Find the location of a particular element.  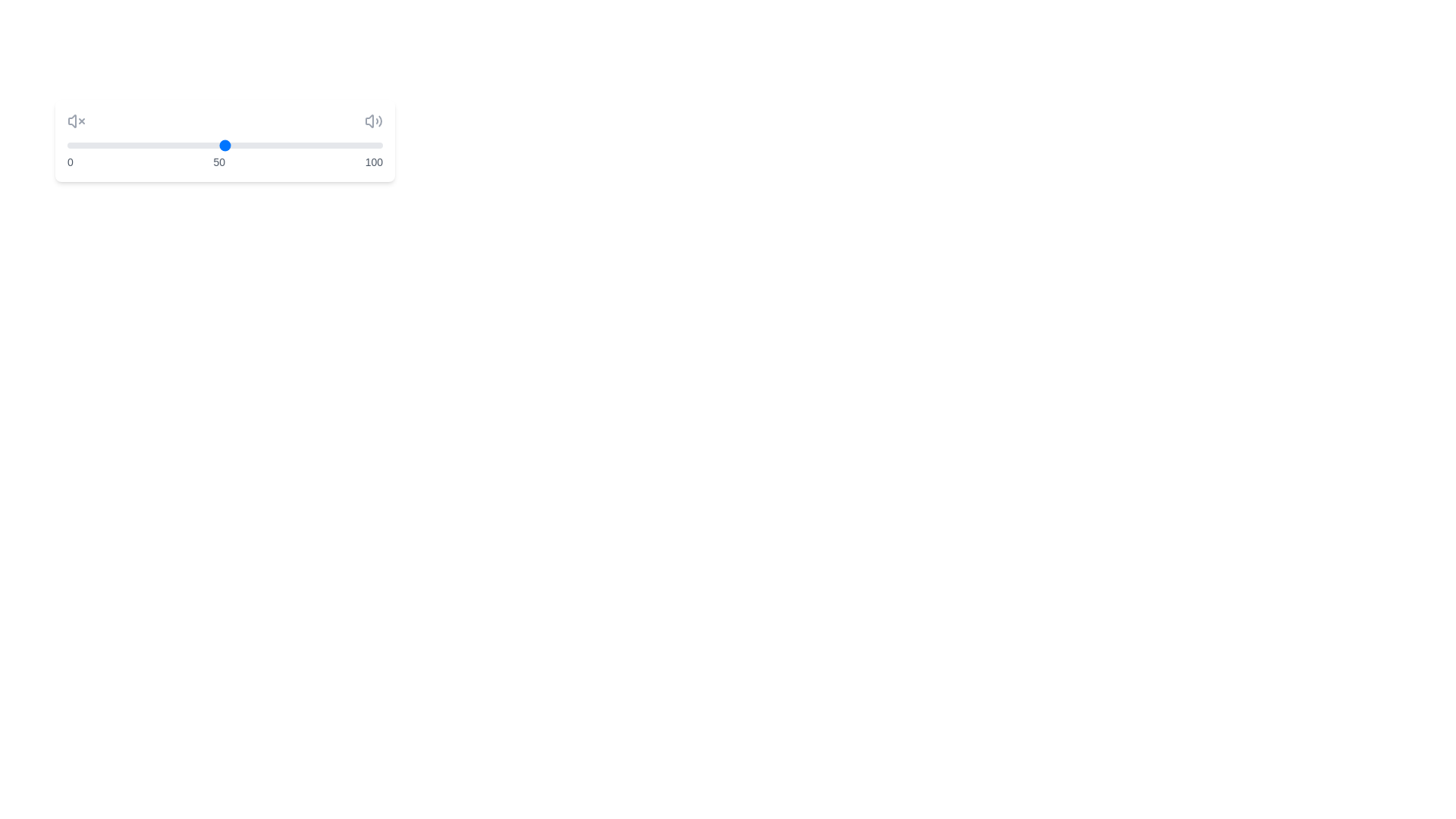

the slider to set the volume to 57% is located at coordinates (247, 146).